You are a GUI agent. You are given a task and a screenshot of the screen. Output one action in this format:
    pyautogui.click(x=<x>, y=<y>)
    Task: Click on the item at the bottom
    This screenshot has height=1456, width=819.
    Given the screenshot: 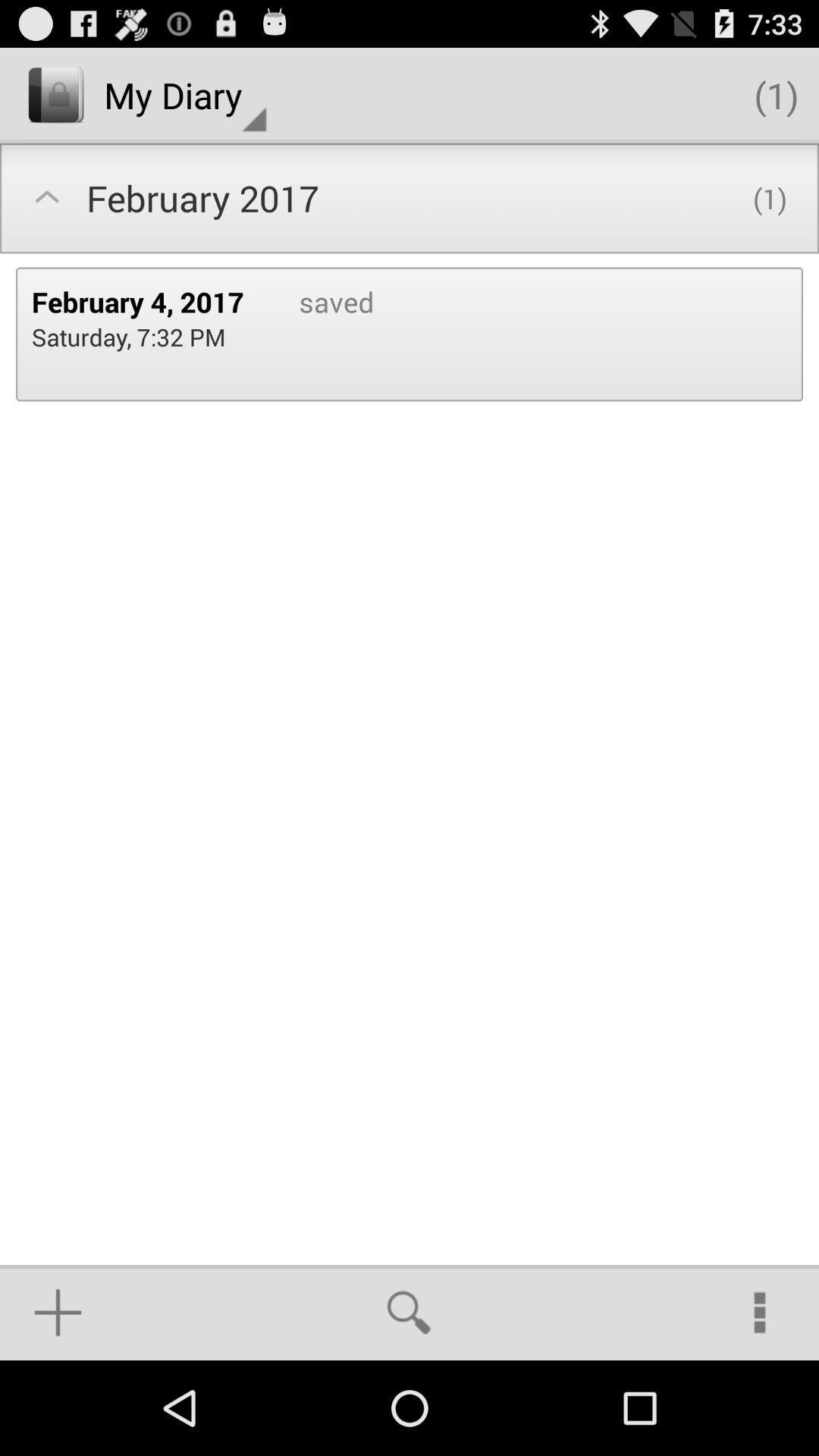 What is the action you would take?
    pyautogui.click(x=408, y=1312)
    